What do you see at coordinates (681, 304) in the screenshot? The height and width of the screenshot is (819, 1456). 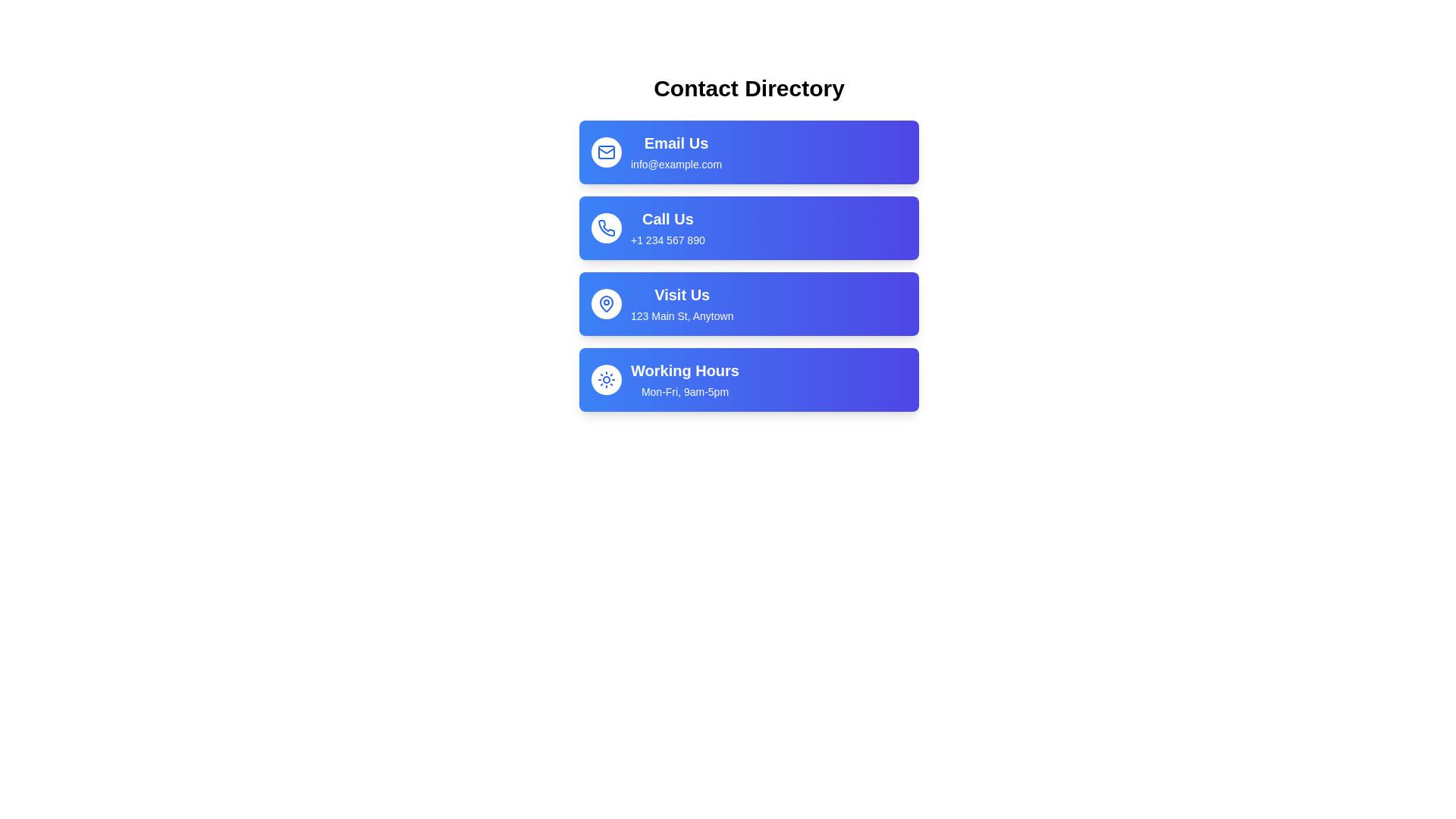 I see `address information displayed in the third block of the contact information column, which follows 'Email Us' and 'Call Us' and precedes 'Working Hours.'` at bounding box center [681, 304].